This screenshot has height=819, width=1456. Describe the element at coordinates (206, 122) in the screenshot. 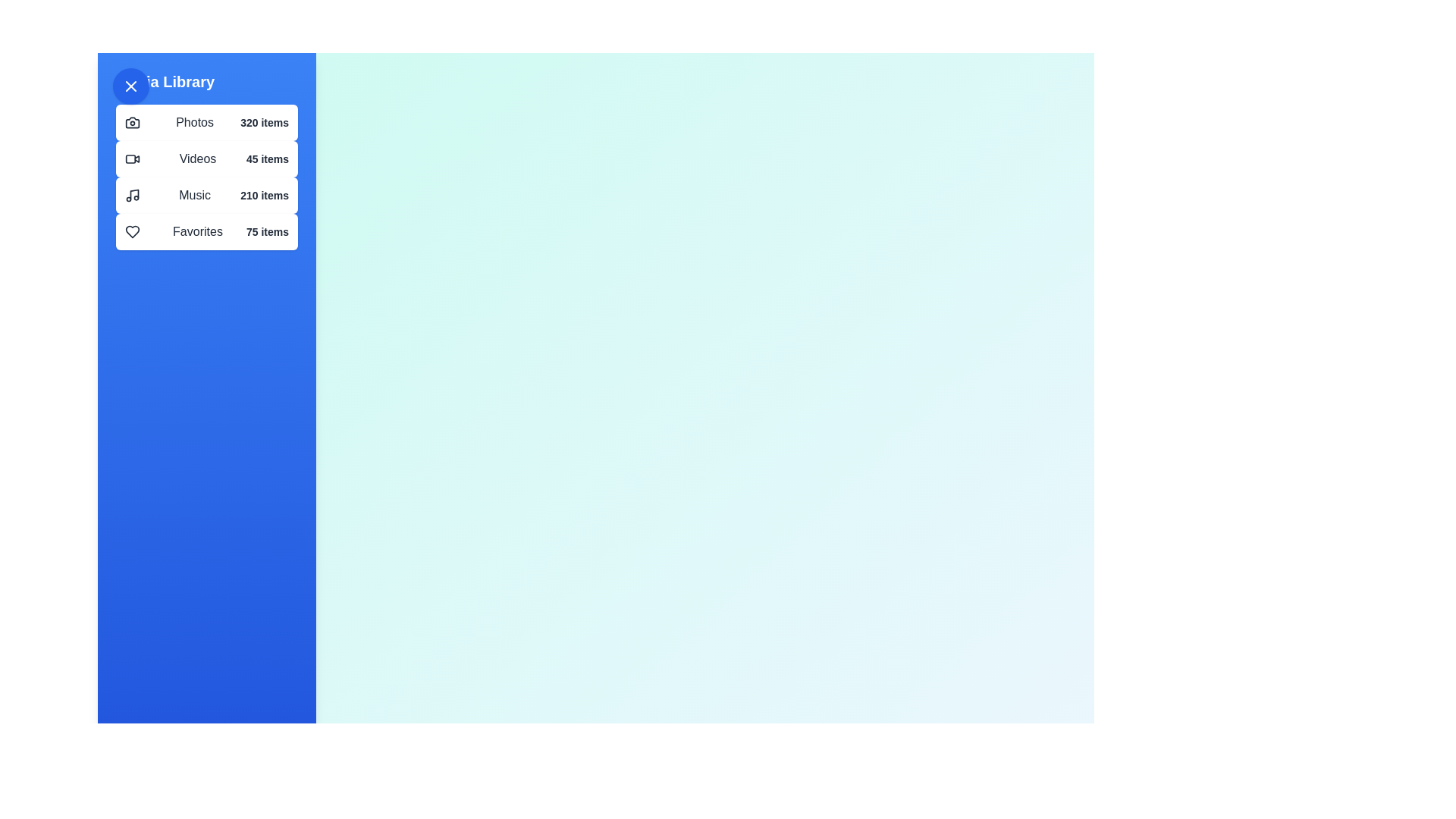

I see `the media category Photos from the drawer` at that location.